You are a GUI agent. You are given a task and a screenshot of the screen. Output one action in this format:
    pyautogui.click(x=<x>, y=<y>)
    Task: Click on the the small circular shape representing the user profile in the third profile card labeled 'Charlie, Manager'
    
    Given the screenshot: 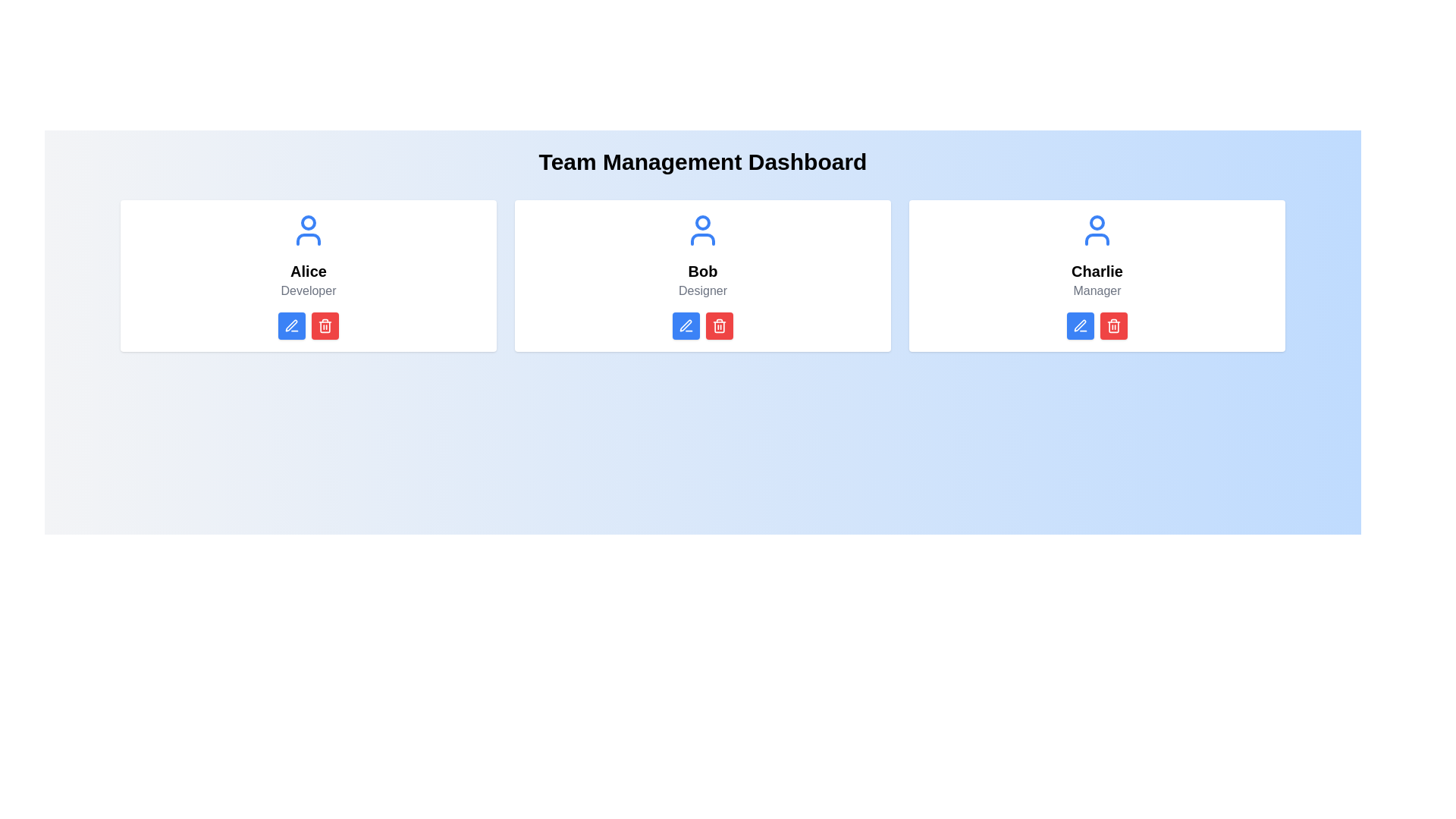 What is the action you would take?
    pyautogui.click(x=1097, y=222)
    